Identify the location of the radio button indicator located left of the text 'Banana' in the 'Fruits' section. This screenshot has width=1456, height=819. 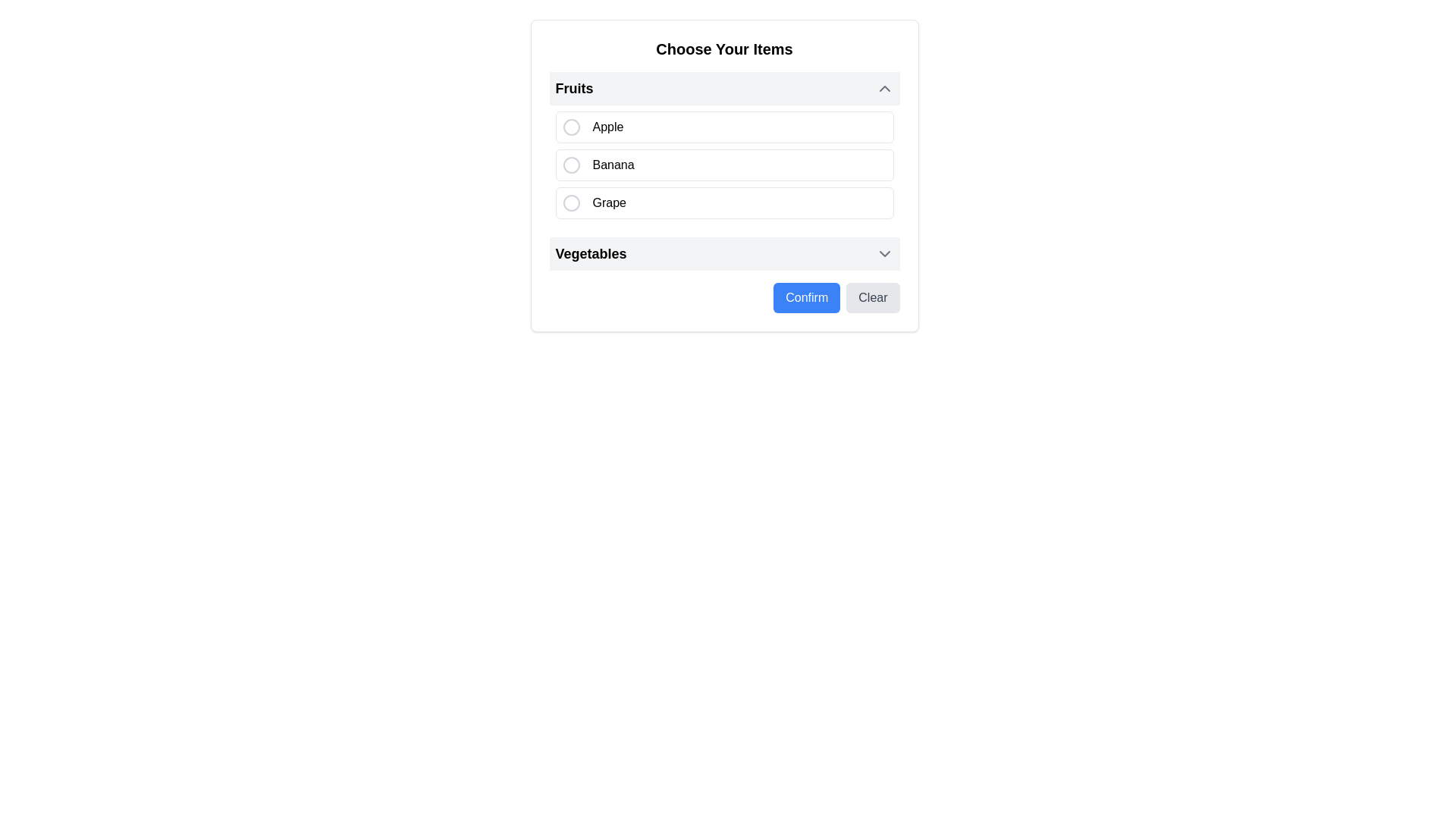
(570, 165).